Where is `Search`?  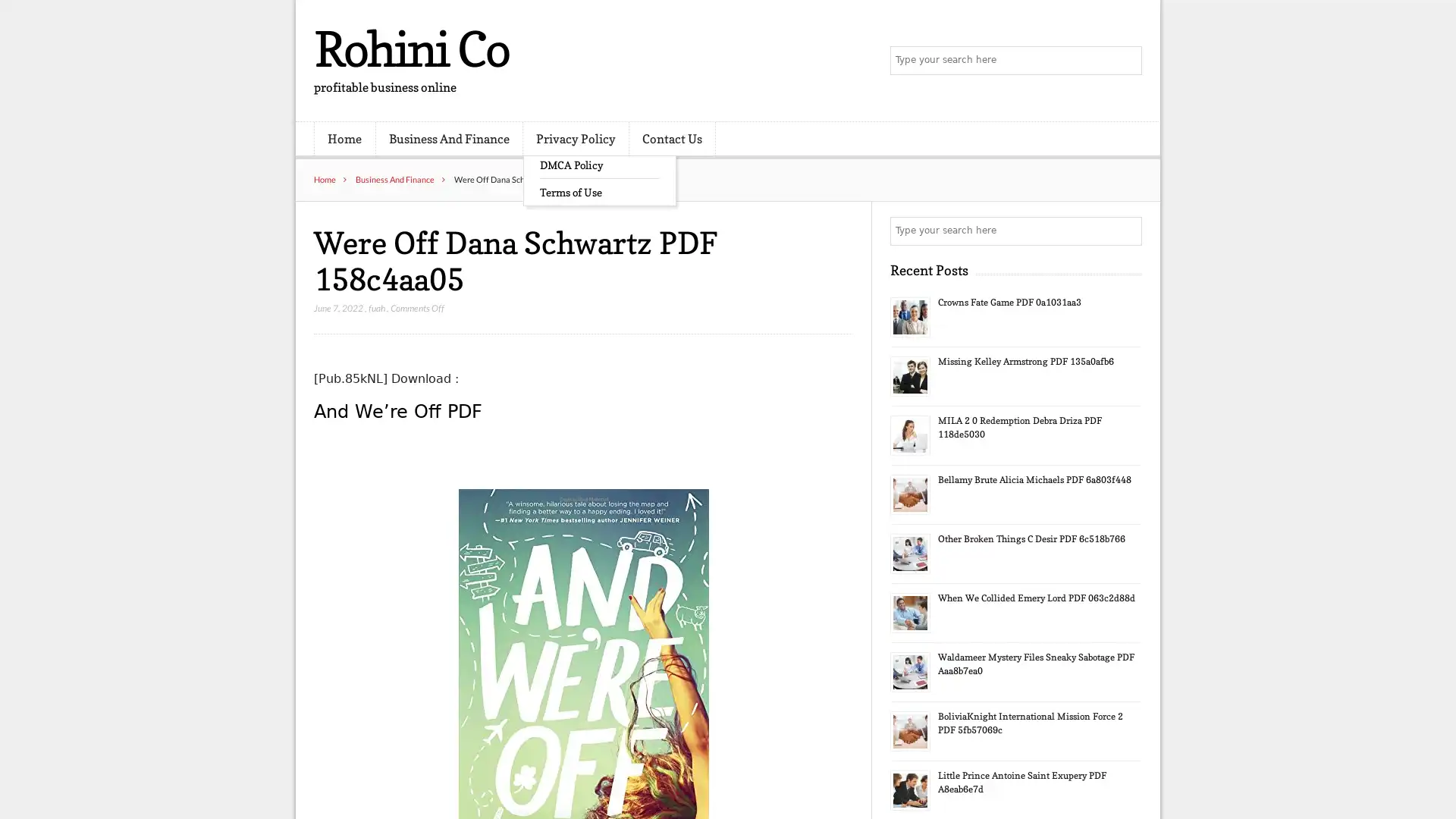 Search is located at coordinates (1126, 61).